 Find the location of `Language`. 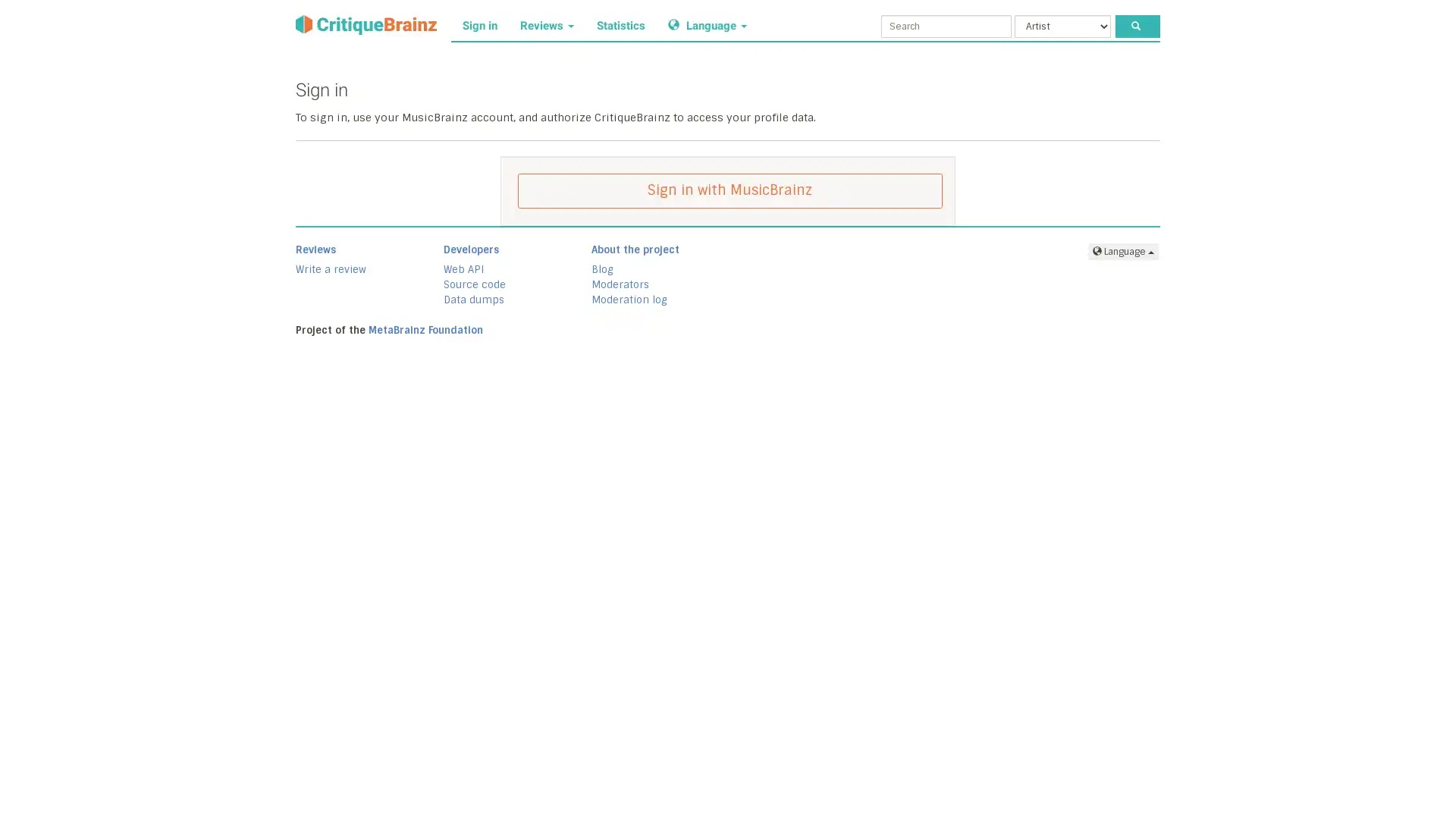

Language is located at coordinates (1123, 250).